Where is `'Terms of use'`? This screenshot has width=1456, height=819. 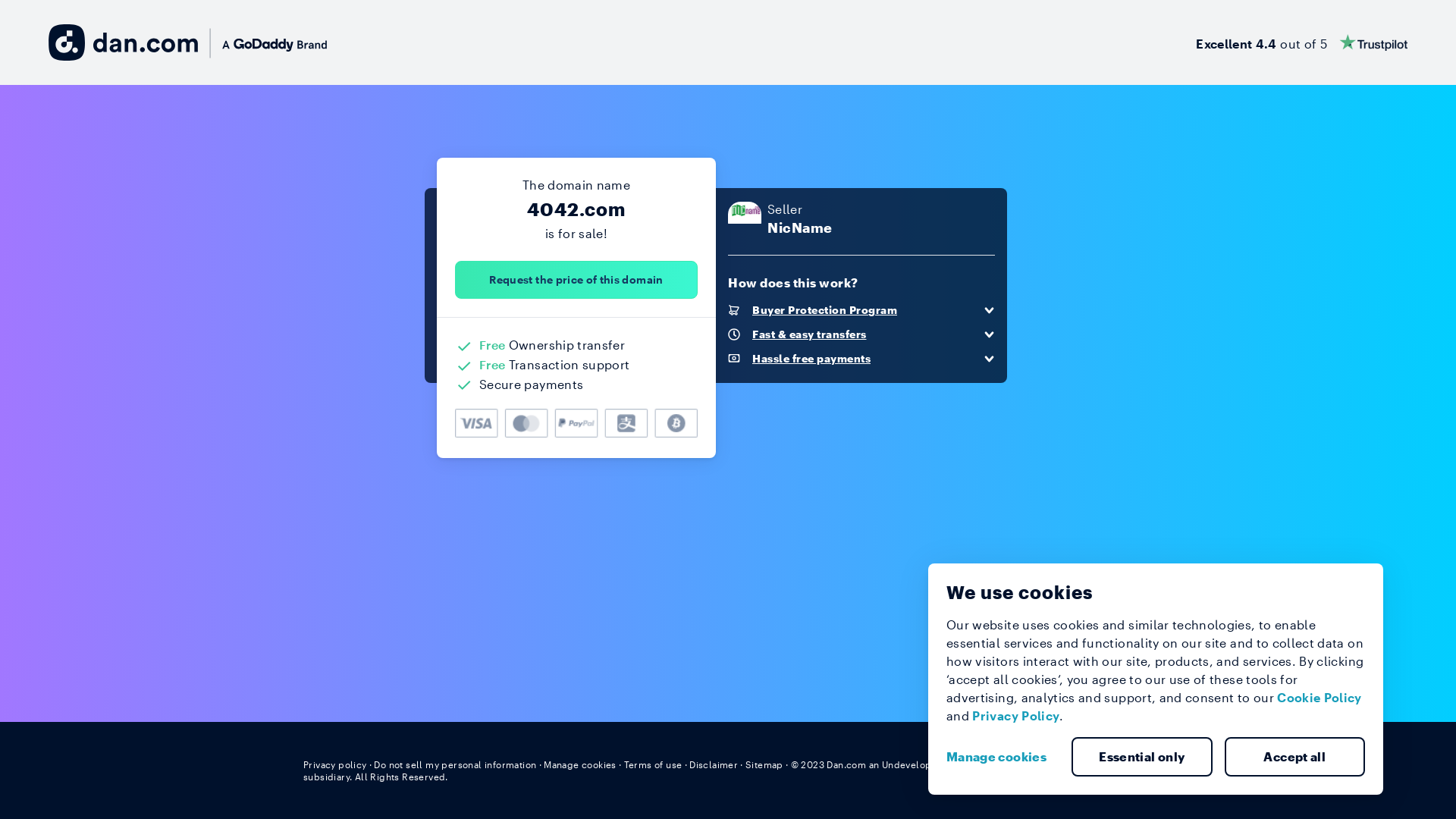
'Terms of use' is located at coordinates (653, 764).